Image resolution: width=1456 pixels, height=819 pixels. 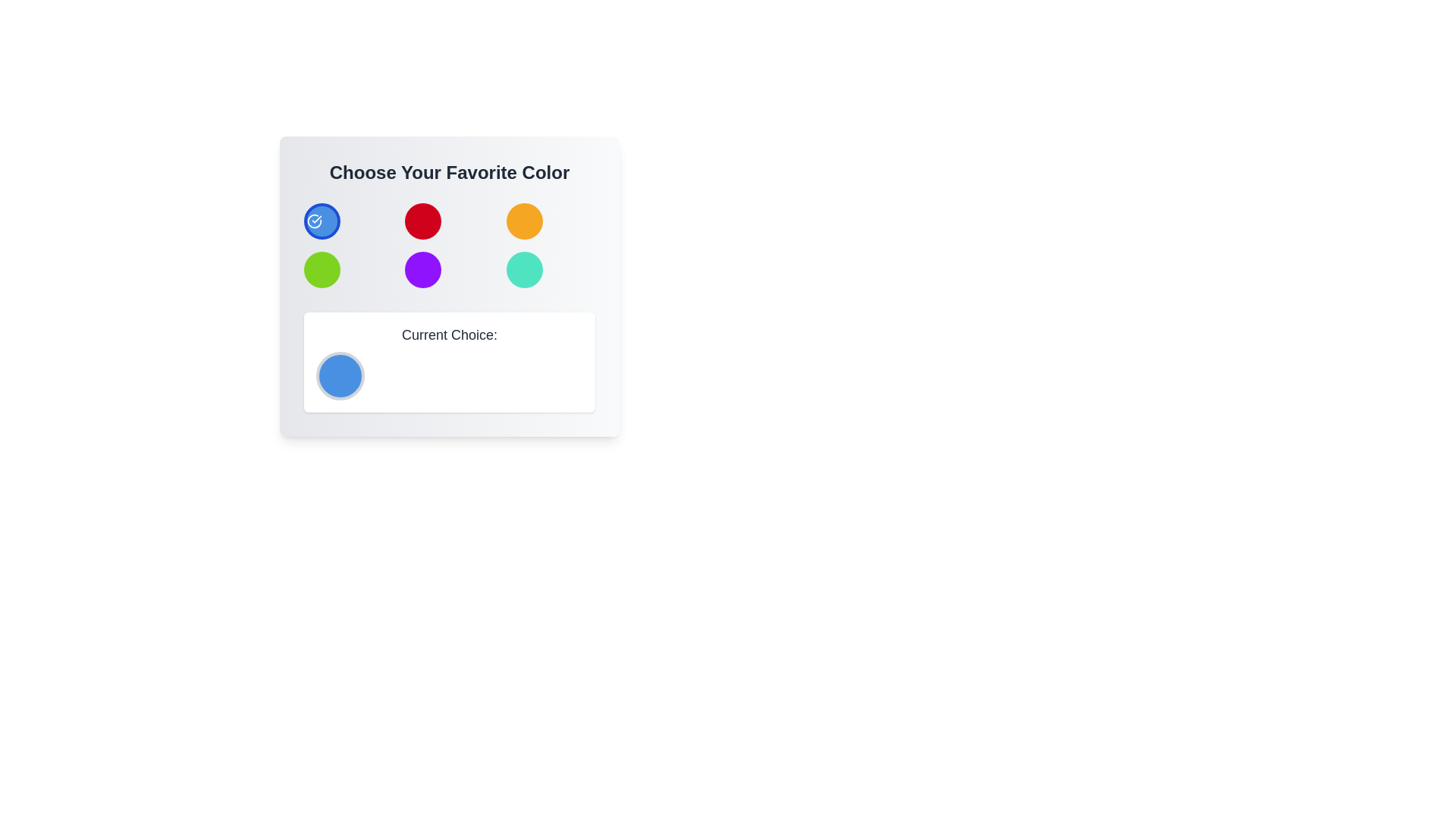 What do you see at coordinates (423, 268) in the screenshot?
I see `the vibrant purple circular button located in the 'Choose Your Favorite Color' section, which is the second item in the second row of a 3x3 grid layout, to trigger the enlargement effect` at bounding box center [423, 268].